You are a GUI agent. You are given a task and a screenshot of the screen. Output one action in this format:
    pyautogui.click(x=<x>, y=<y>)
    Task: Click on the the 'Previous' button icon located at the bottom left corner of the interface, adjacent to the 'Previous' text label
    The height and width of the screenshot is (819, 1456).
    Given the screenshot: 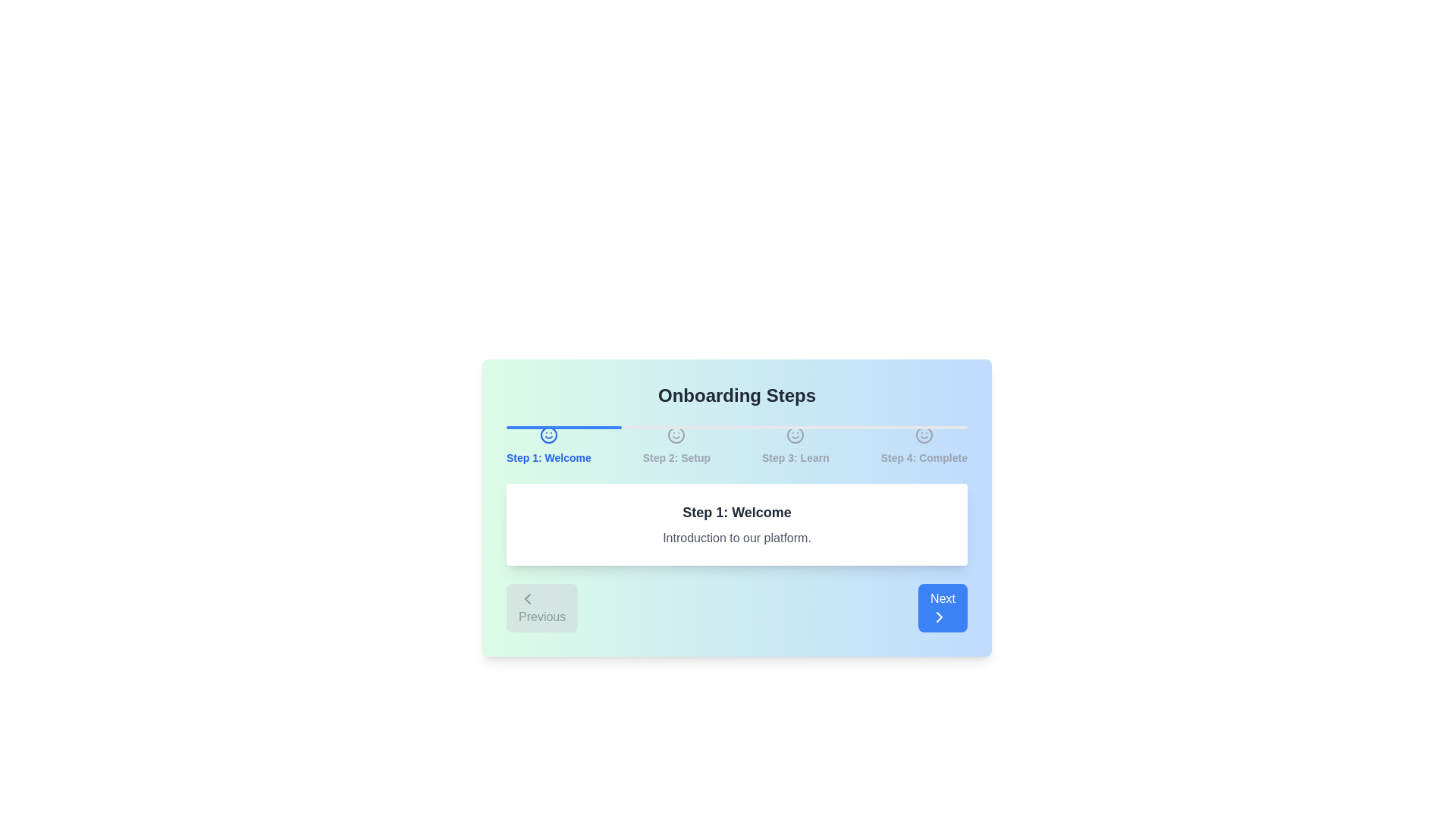 What is the action you would take?
    pyautogui.click(x=528, y=598)
    